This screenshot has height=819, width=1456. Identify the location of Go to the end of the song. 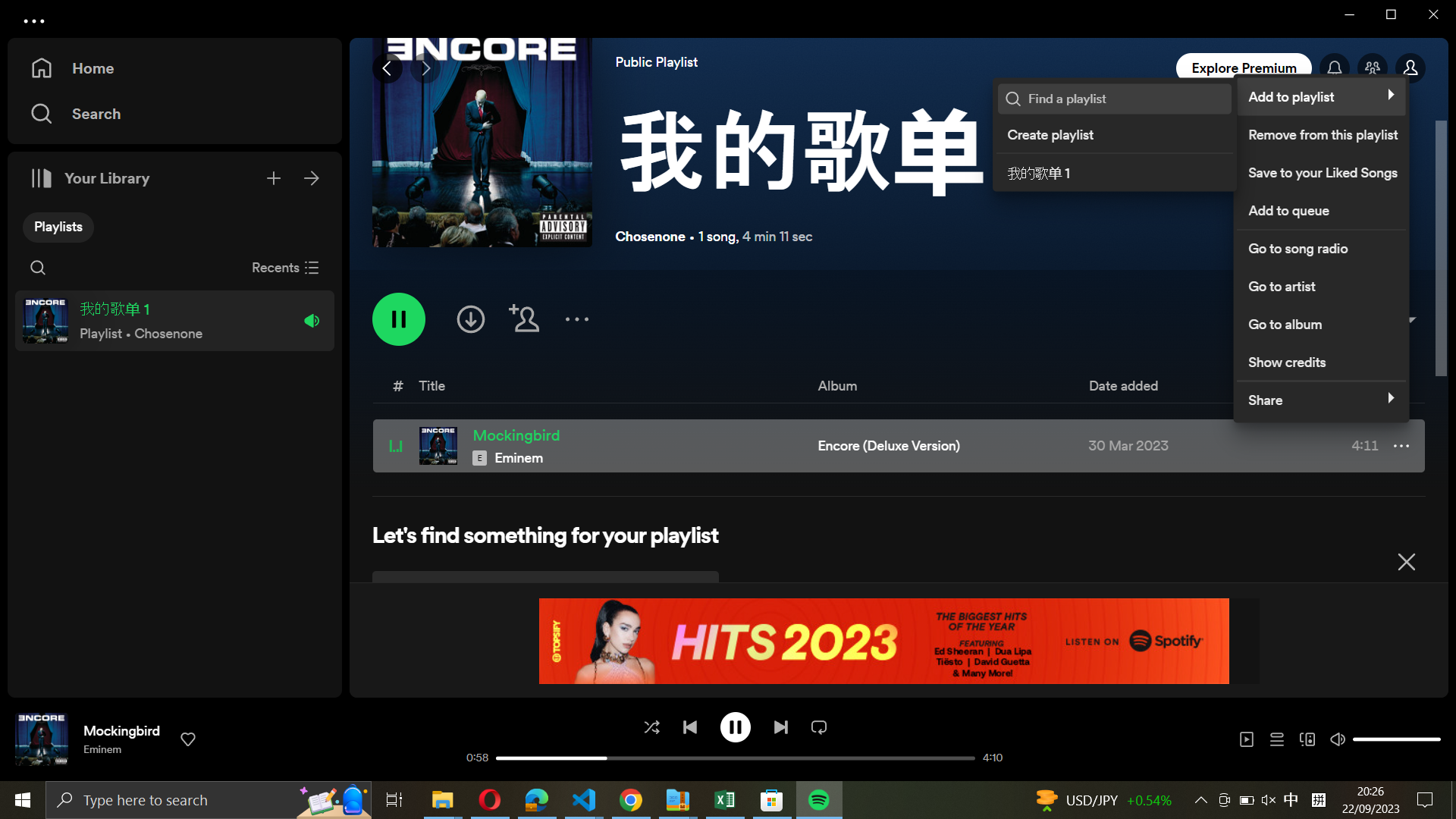
(780, 725).